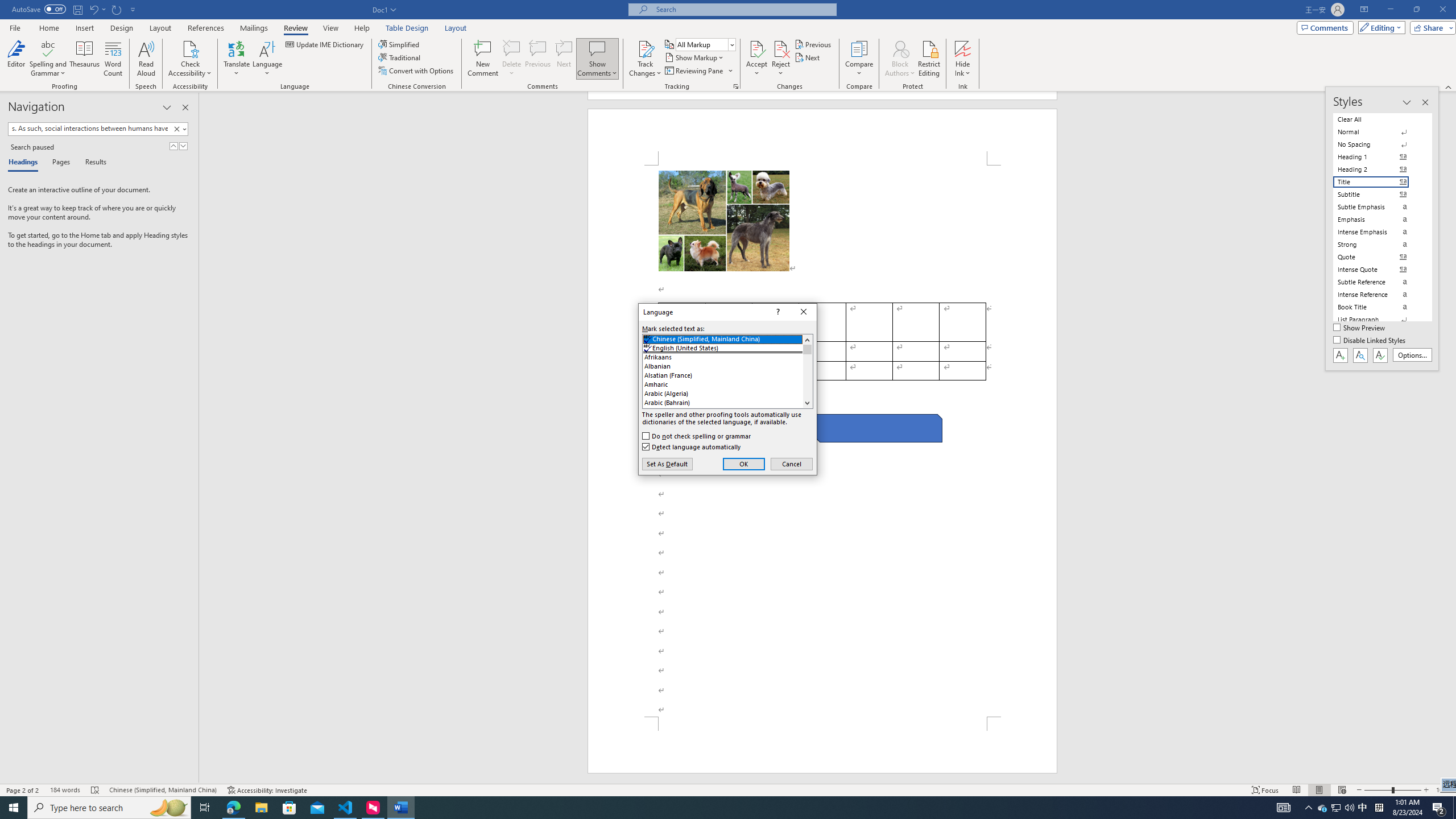  I want to click on 'Word Count 184 words', so click(64, 790).